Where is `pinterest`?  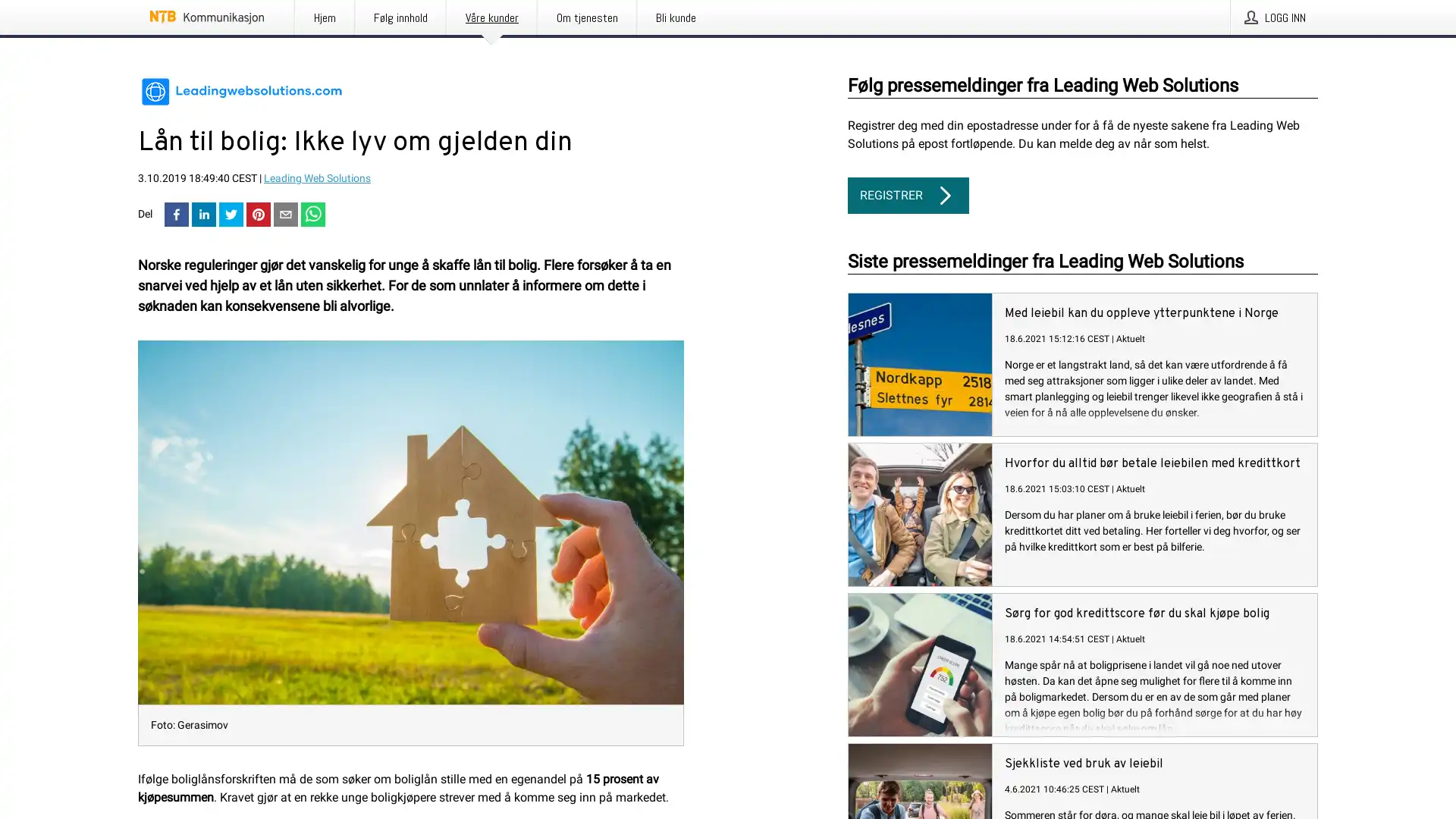
pinterest is located at coordinates (258, 216).